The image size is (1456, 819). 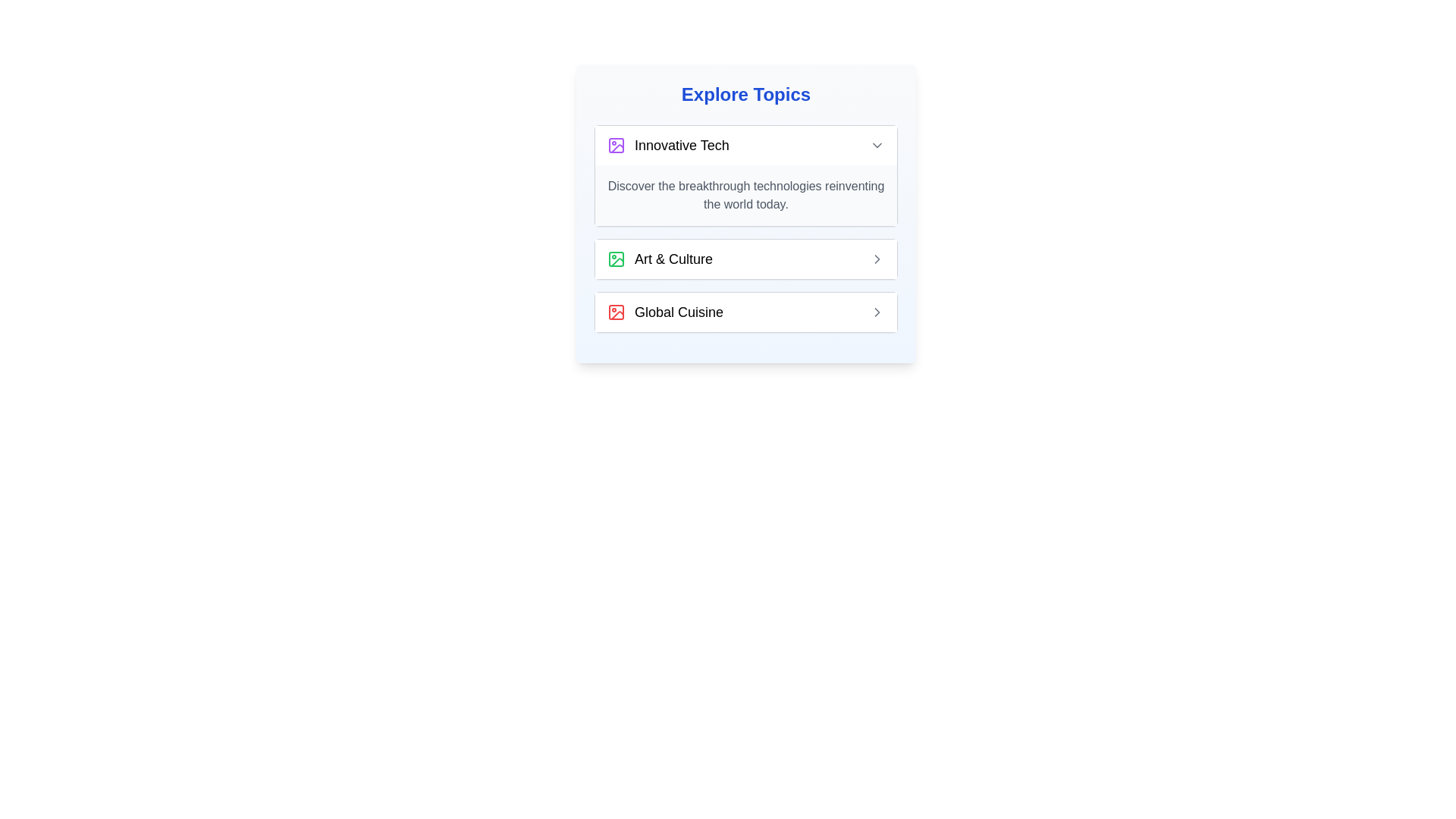 What do you see at coordinates (745, 312) in the screenshot?
I see `the 'Global Cuisine' button, which is the third item in the 'Explore Topics' vertical stack` at bounding box center [745, 312].